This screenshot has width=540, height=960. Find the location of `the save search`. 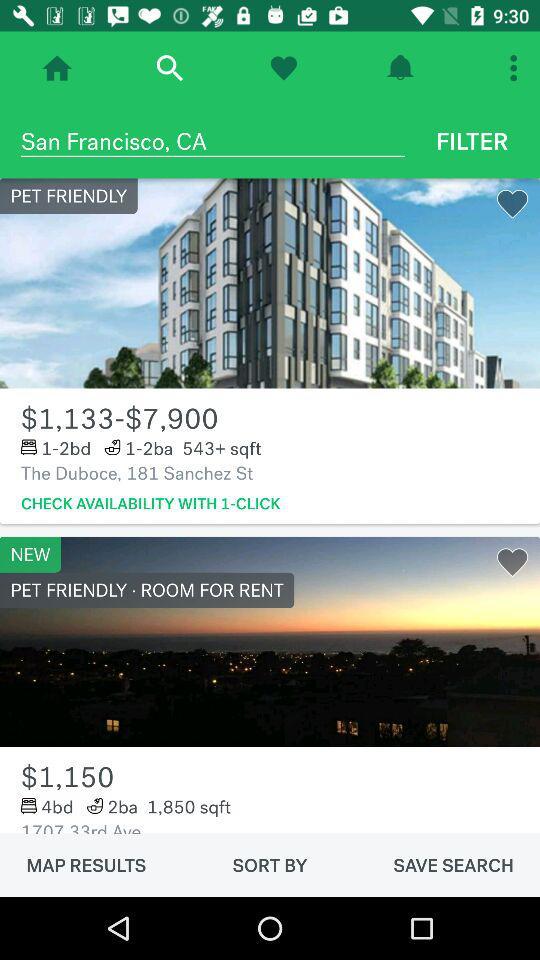

the save search is located at coordinates (453, 864).